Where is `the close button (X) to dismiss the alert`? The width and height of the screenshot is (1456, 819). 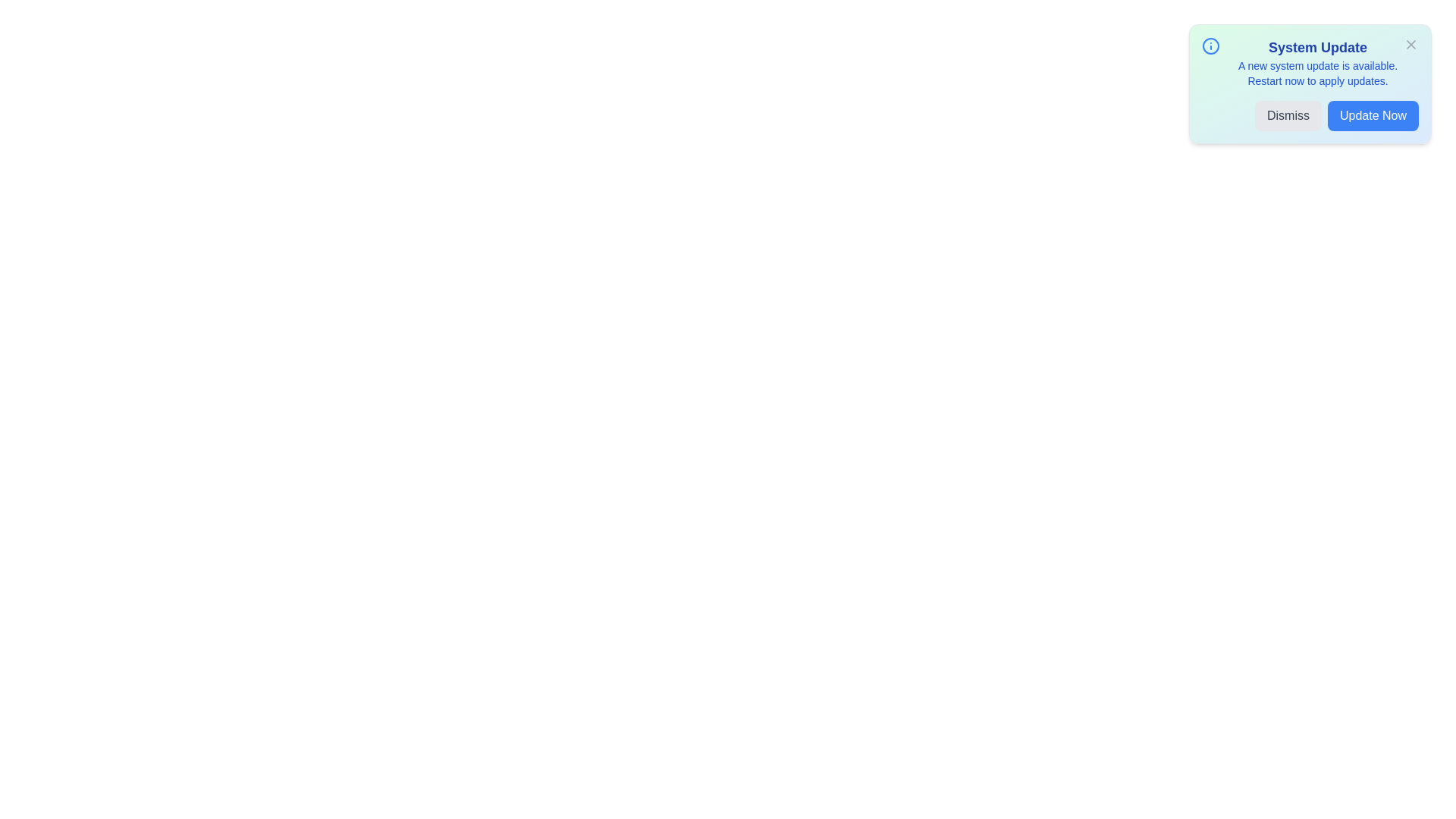 the close button (X) to dismiss the alert is located at coordinates (1410, 43).